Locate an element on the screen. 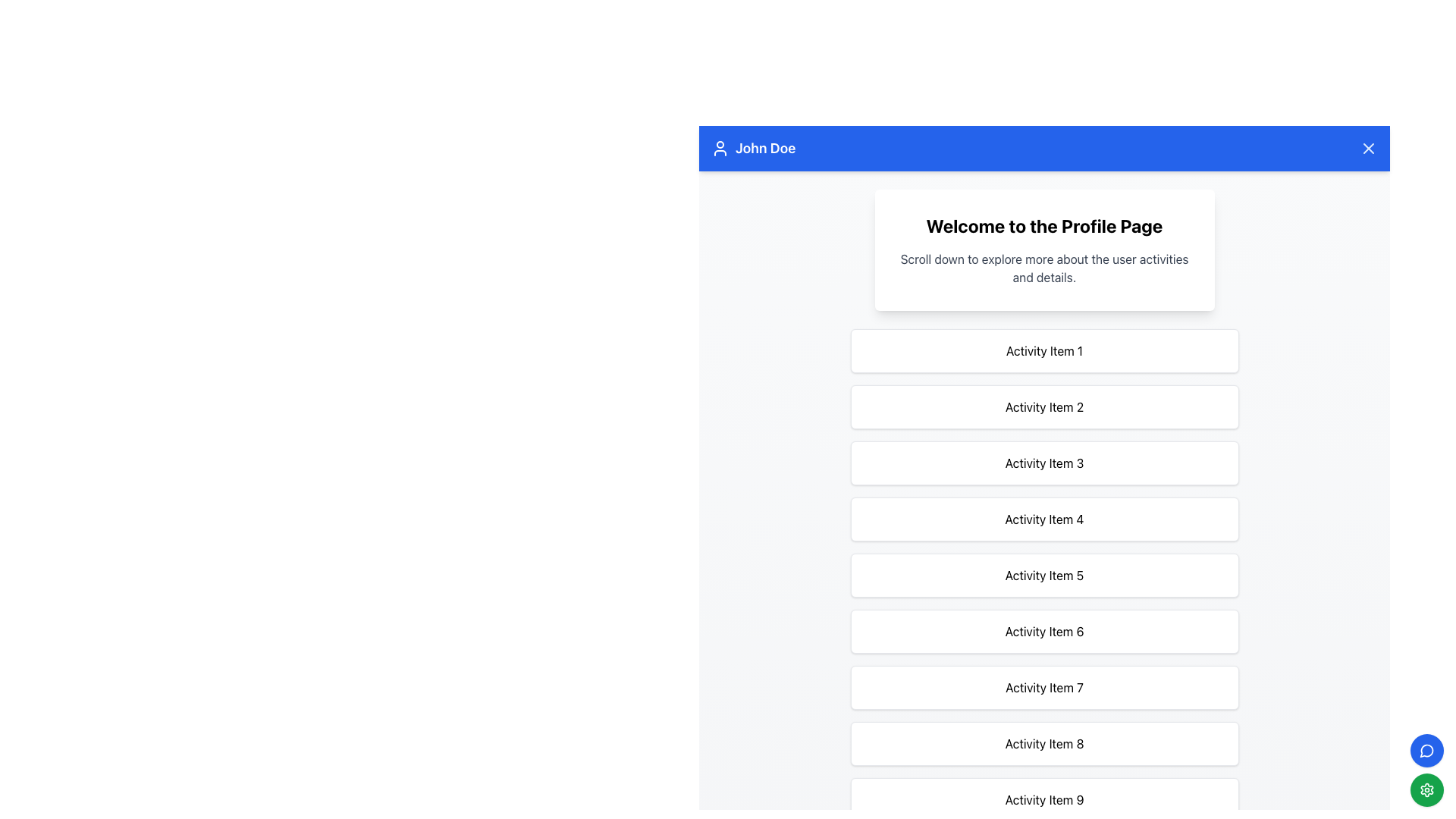 This screenshot has height=819, width=1456. the graphic icon located in the bottom right corner above the green gear icon is located at coordinates (1426, 751).